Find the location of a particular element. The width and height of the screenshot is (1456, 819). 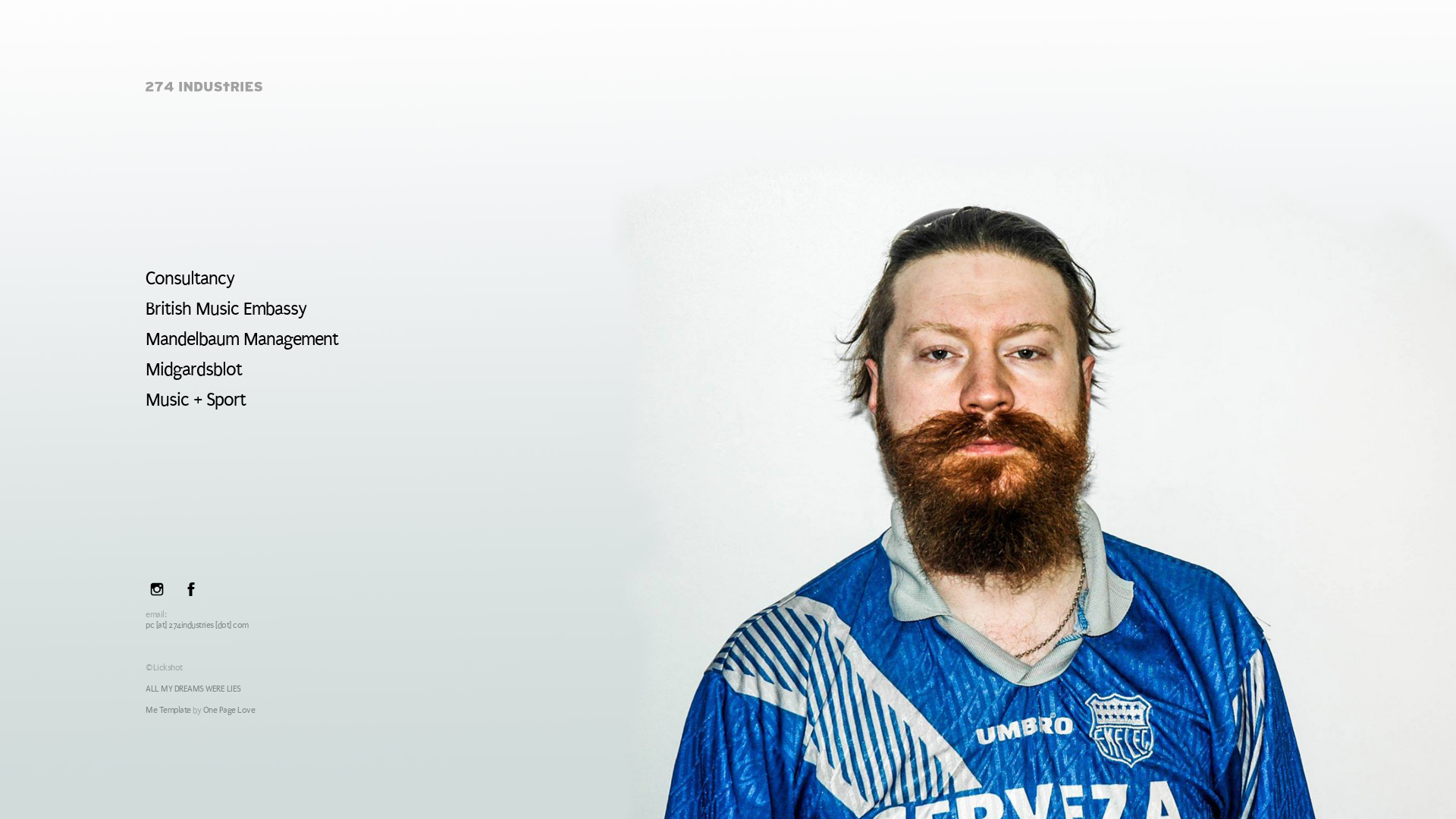

'Me Template' is located at coordinates (168, 710).